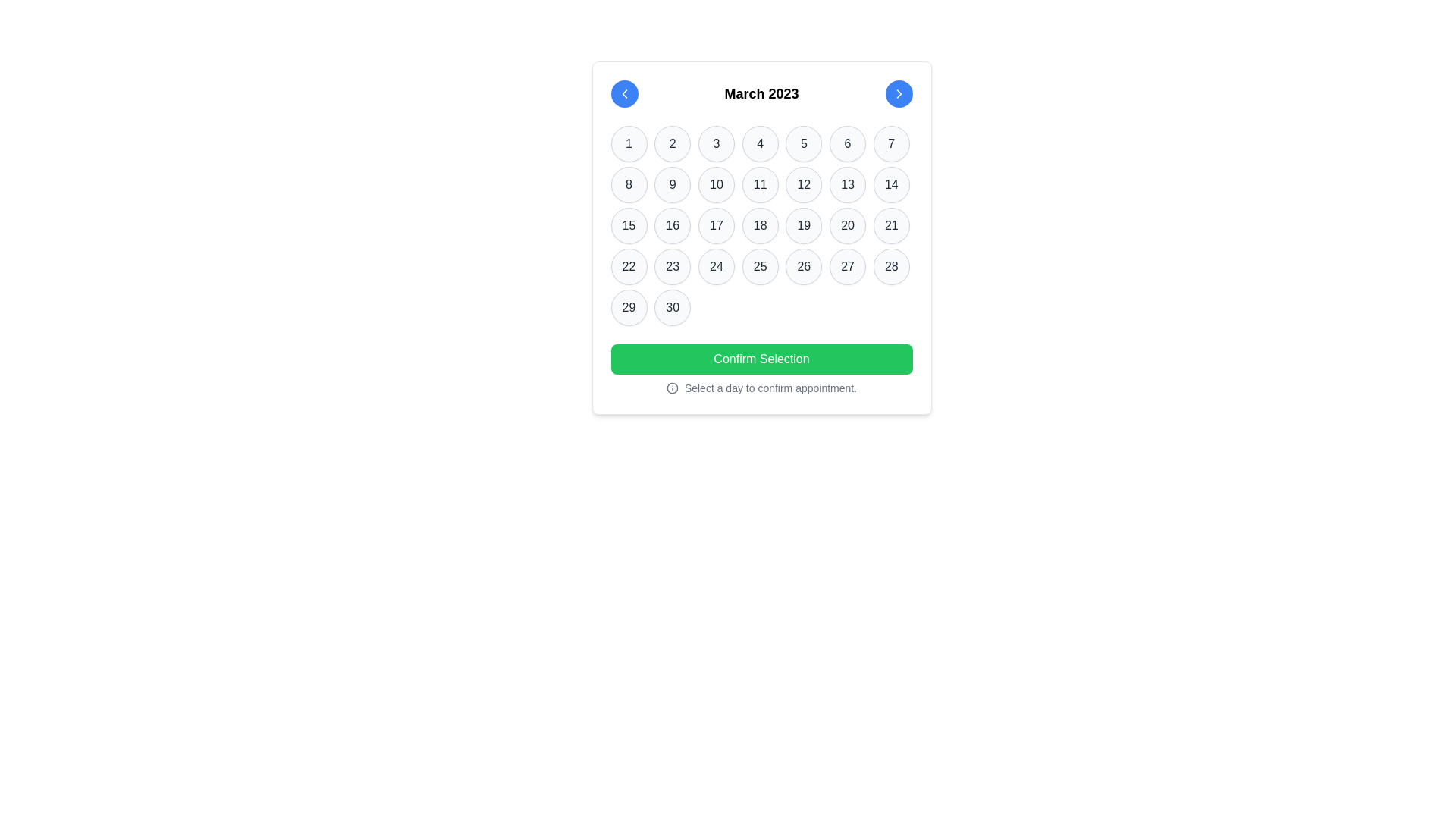 The height and width of the screenshot is (819, 1456). I want to click on the circular button representing the date '19' in the calendar layout, so click(803, 225).